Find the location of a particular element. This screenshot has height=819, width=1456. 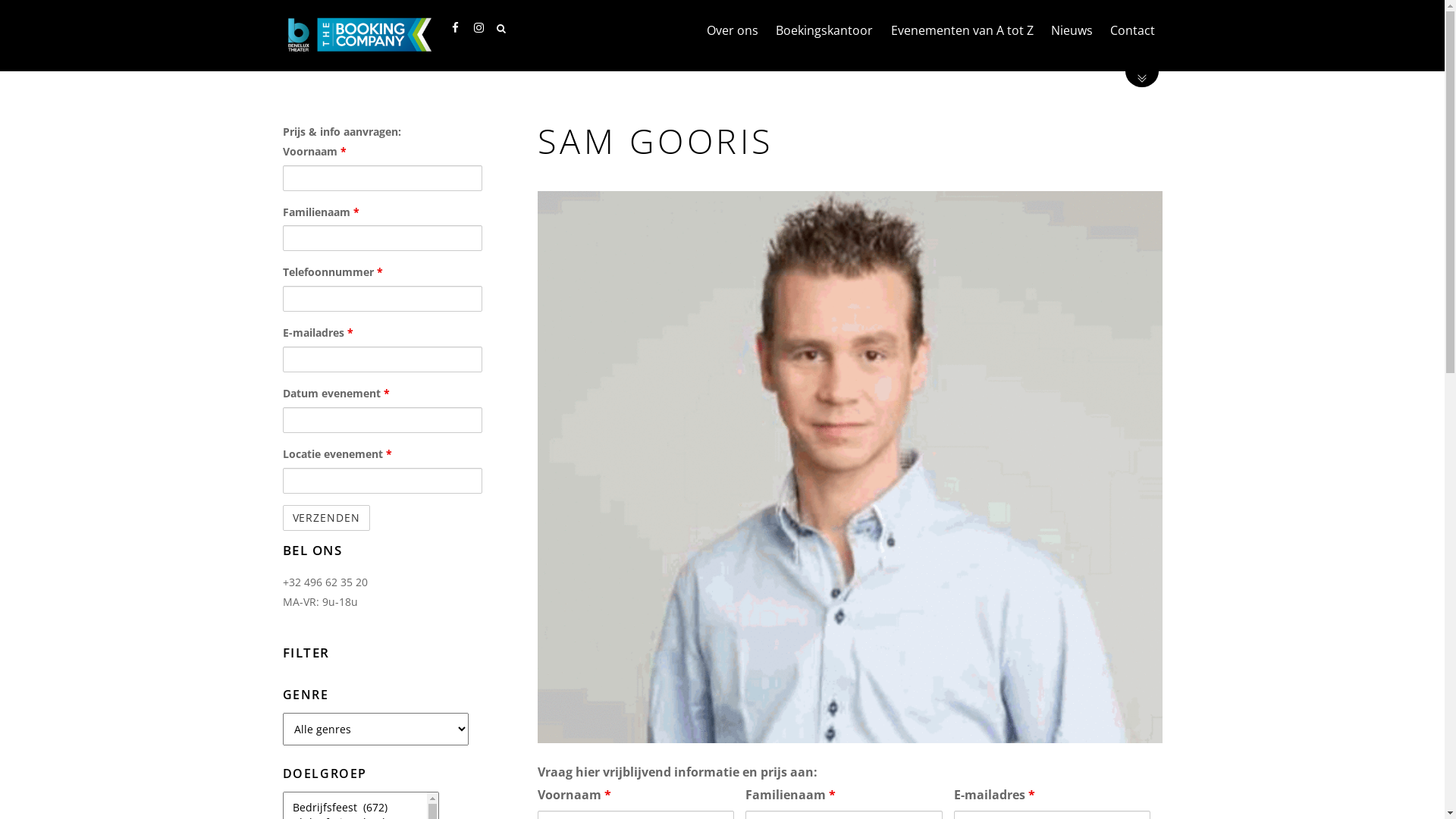

'Nieuws' is located at coordinates (1043, 30).